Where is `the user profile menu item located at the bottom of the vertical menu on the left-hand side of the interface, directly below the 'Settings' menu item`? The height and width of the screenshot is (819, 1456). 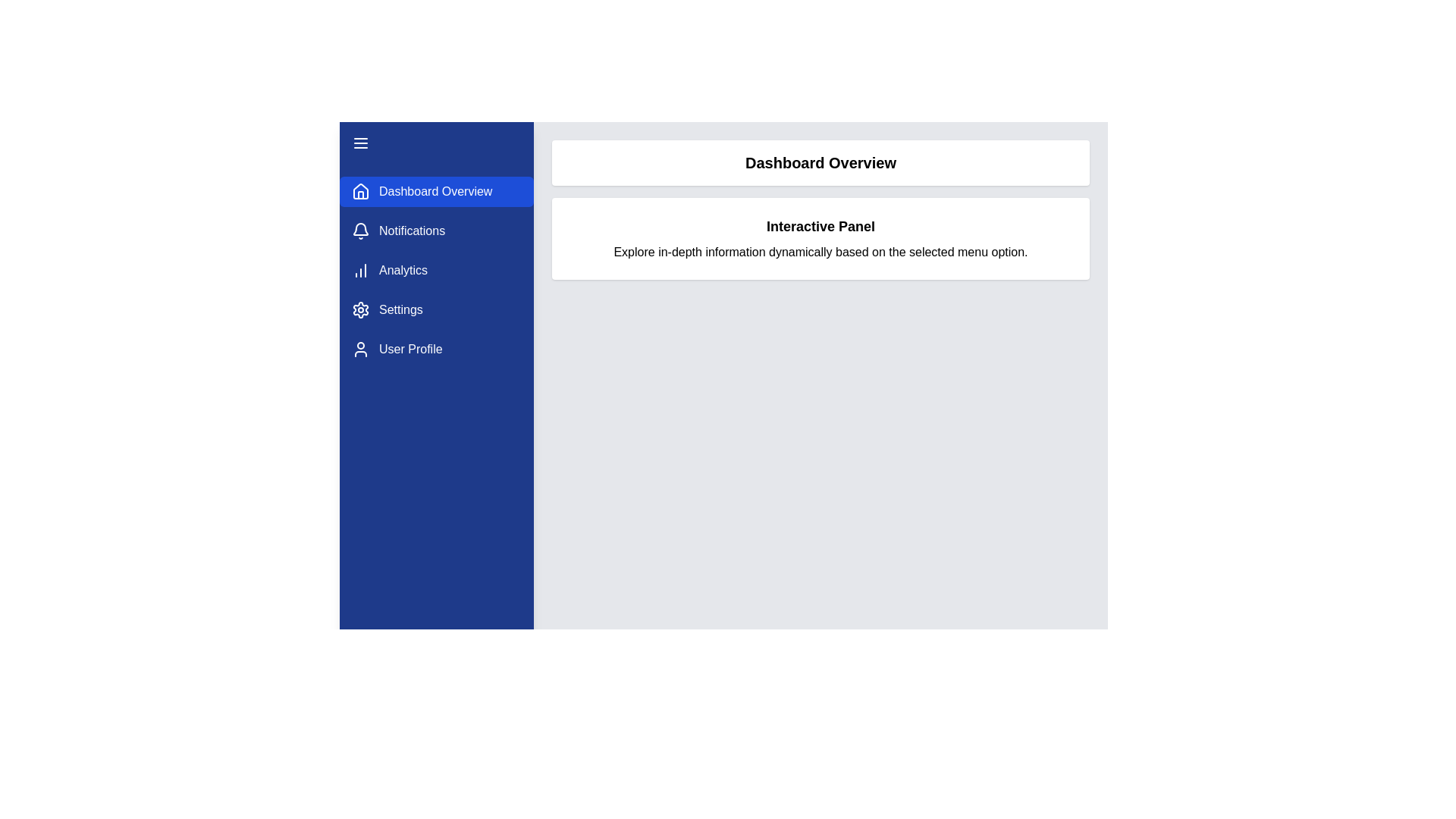 the user profile menu item located at the bottom of the vertical menu on the left-hand side of the interface, directly below the 'Settings' menu item is located at coordinates (436, 350).